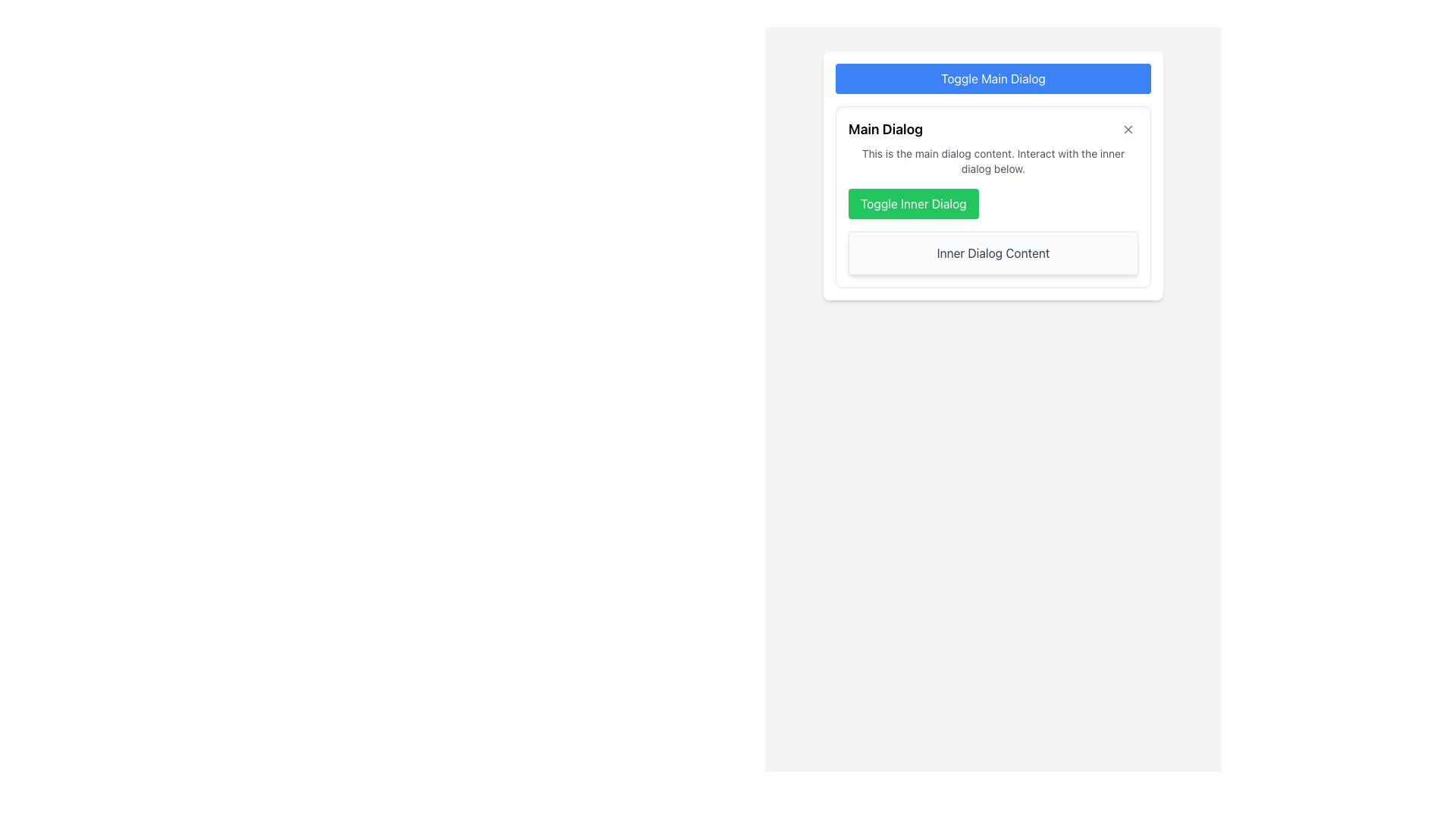 Image resolution: width=1456 pixels, height=819 pixels. What do you see at coordinates (1128, 128) in the screenshot?
I see `the close button icon located in the top-right corner of the 'Main Dialog' dialog box to visually represent the action of closing or dismissing the dialog` at bounding box center [1128, 128].